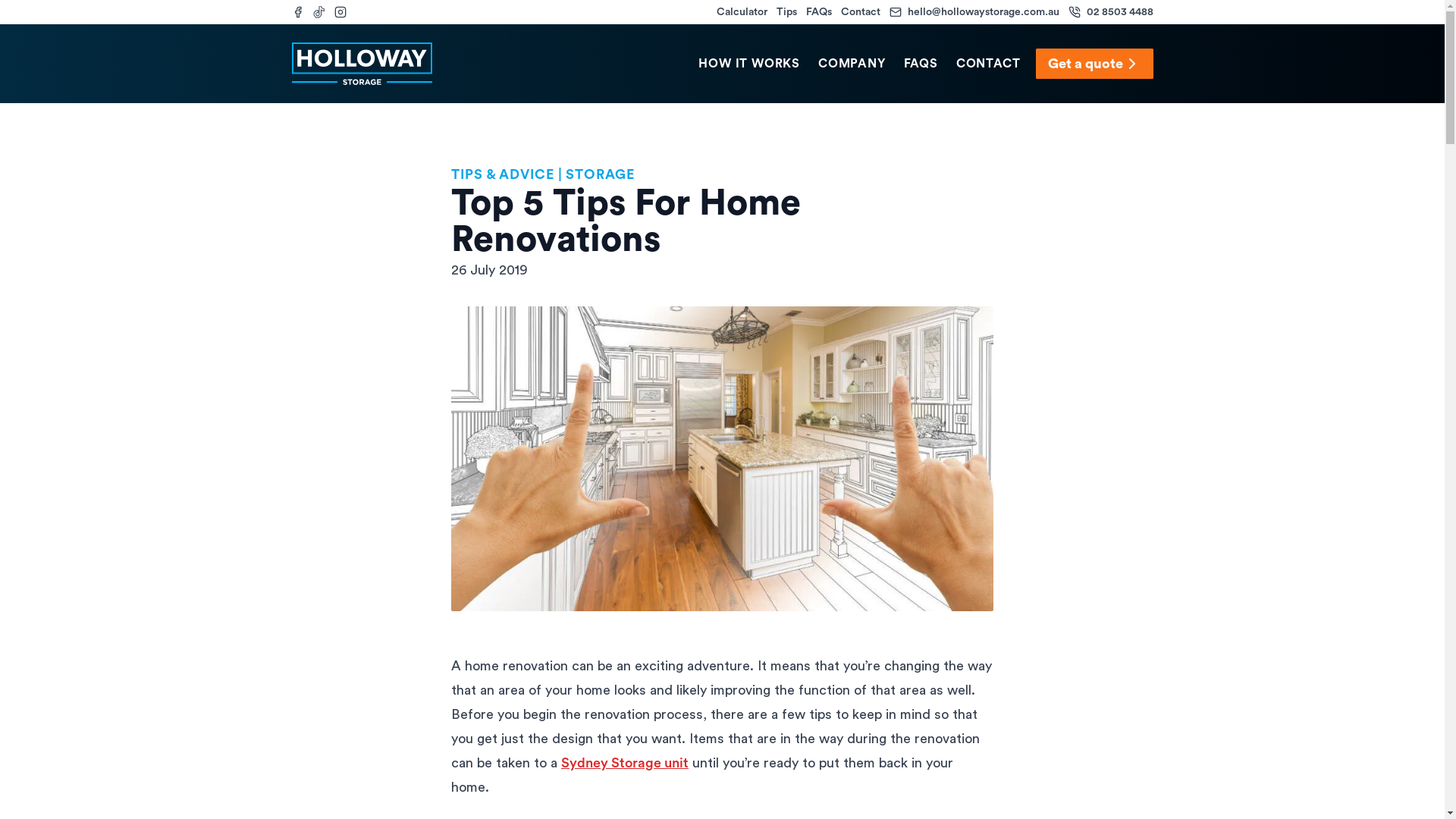  Describe the element at coordinates (741, 11) in the screenshot. I see `'Calculator'` at that location.